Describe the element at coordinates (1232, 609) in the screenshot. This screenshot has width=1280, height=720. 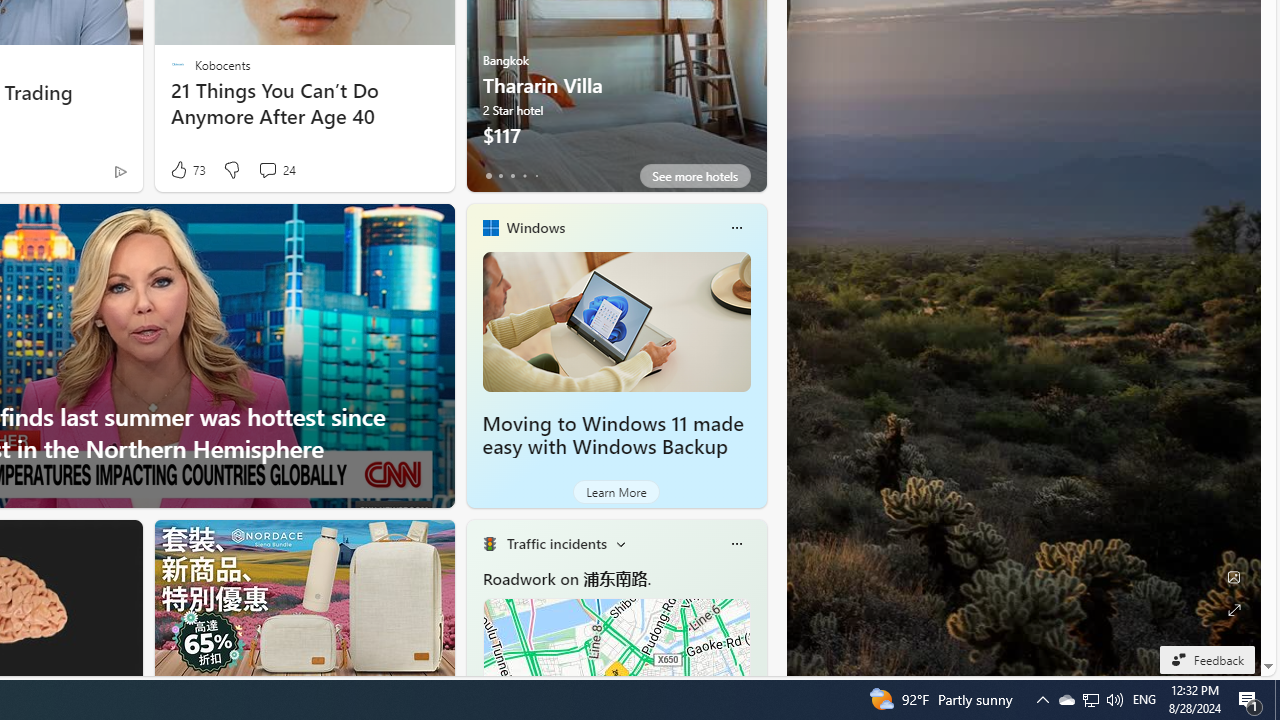
I see `'Expand background'` at that location.